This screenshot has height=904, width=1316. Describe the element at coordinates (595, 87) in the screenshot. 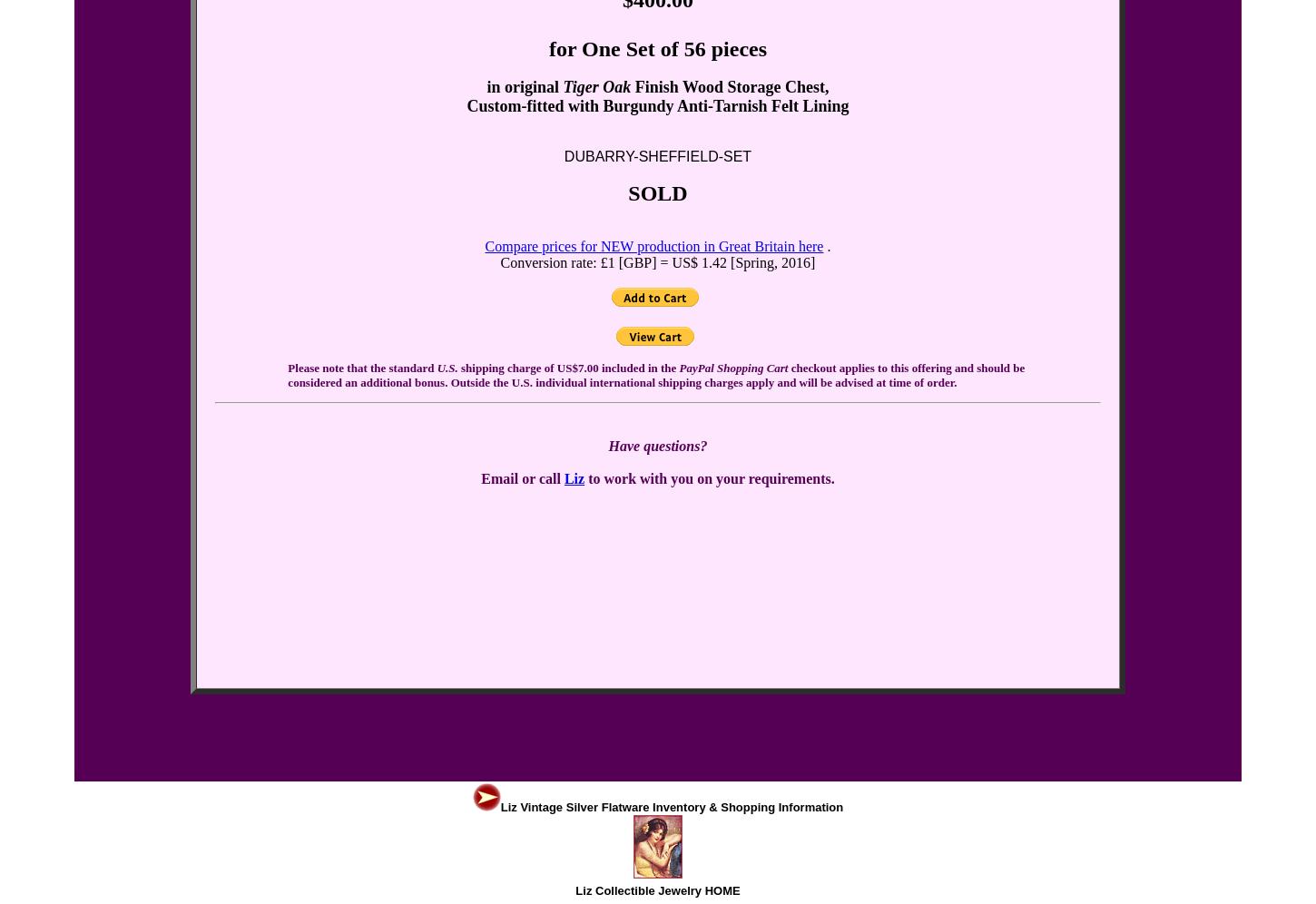

I see `'Tiger Oak'` at that location.